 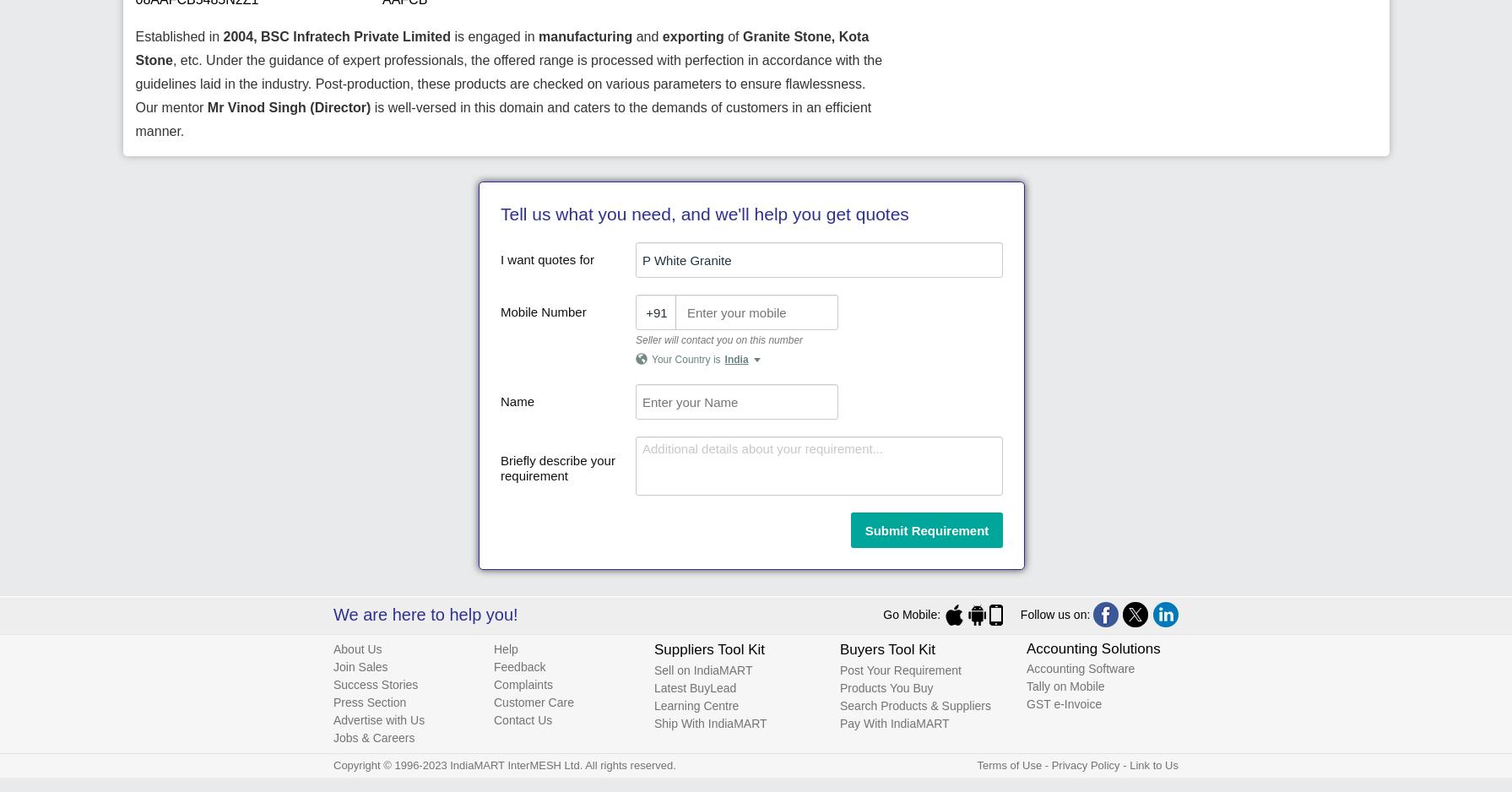 I want to click on 'Your Country is', so click(x=686, y=360).